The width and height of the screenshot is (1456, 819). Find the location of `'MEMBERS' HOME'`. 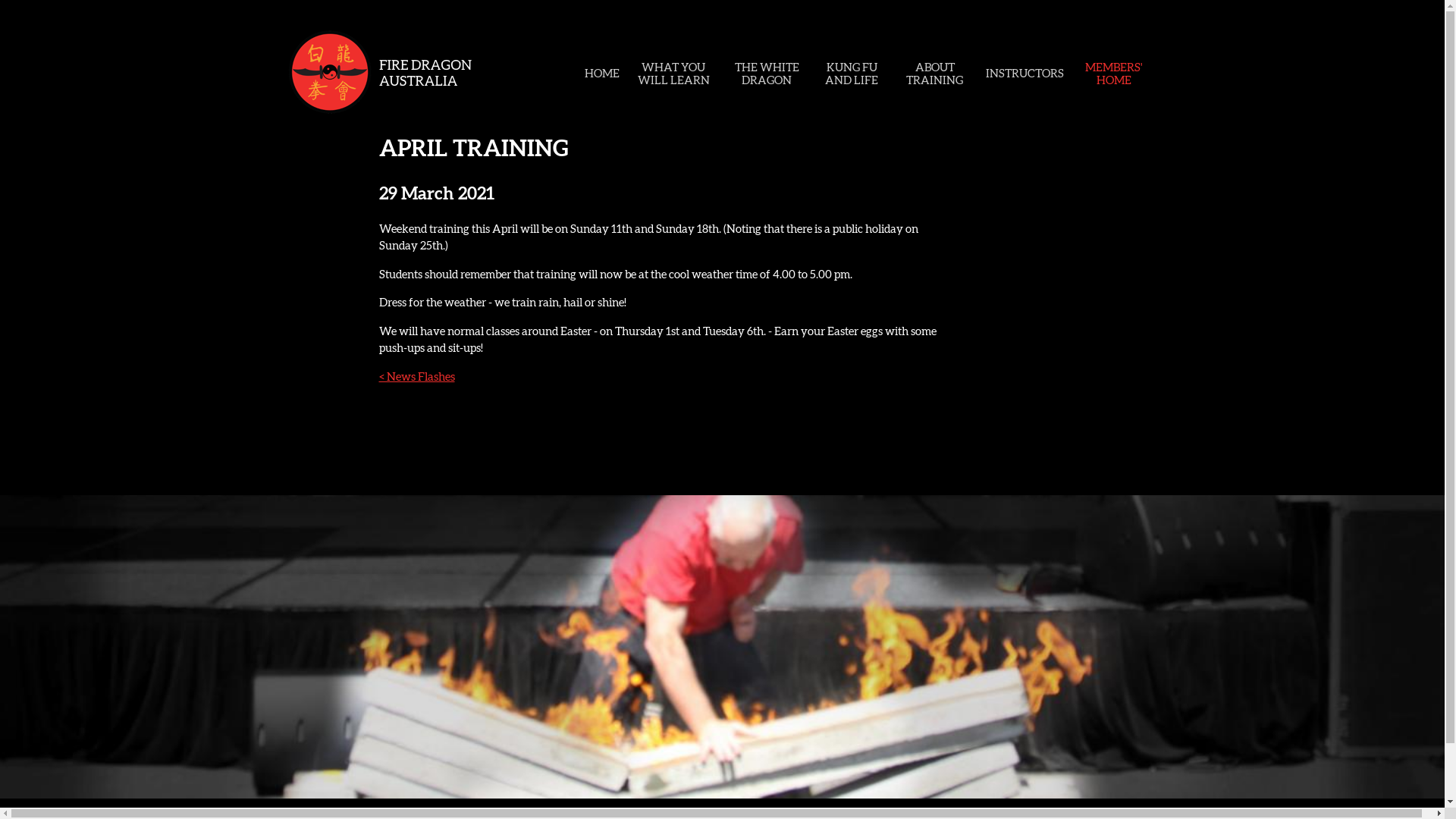

'MEMBERS' HOME' is located at coordinates (1113, 73).